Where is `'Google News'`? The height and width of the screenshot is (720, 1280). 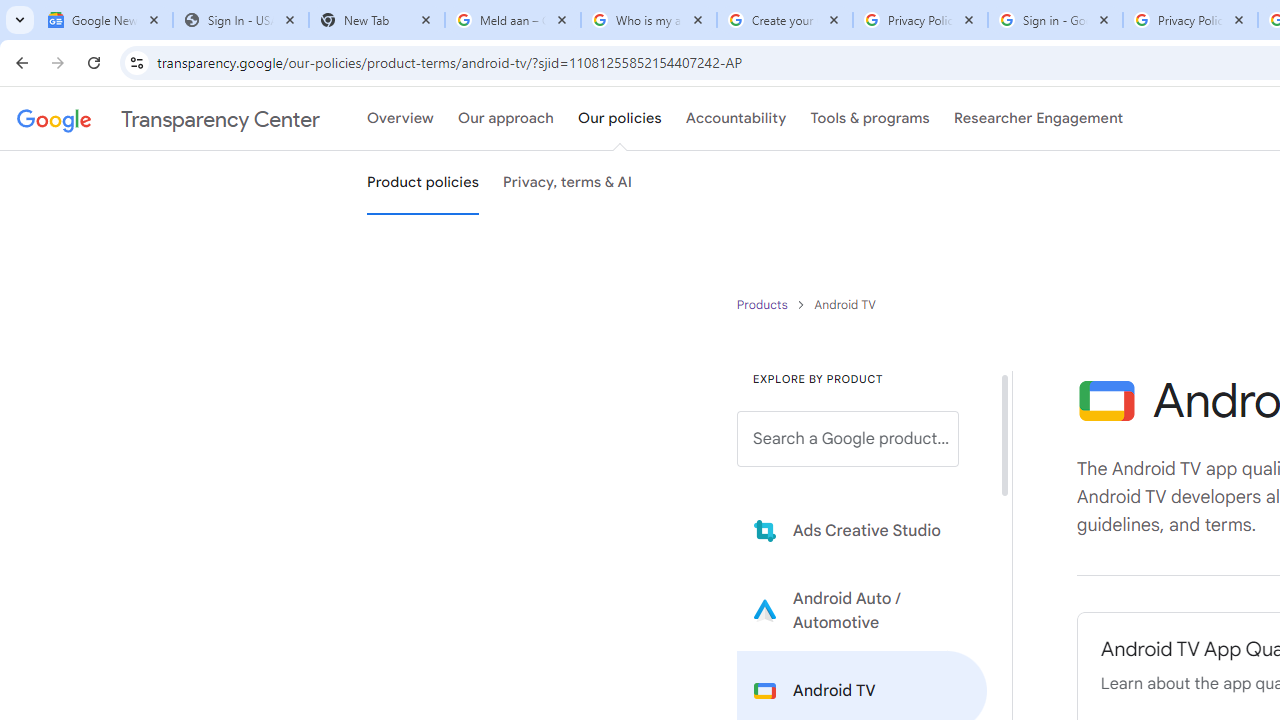
'Google News' is located at coordinates (103, 20).